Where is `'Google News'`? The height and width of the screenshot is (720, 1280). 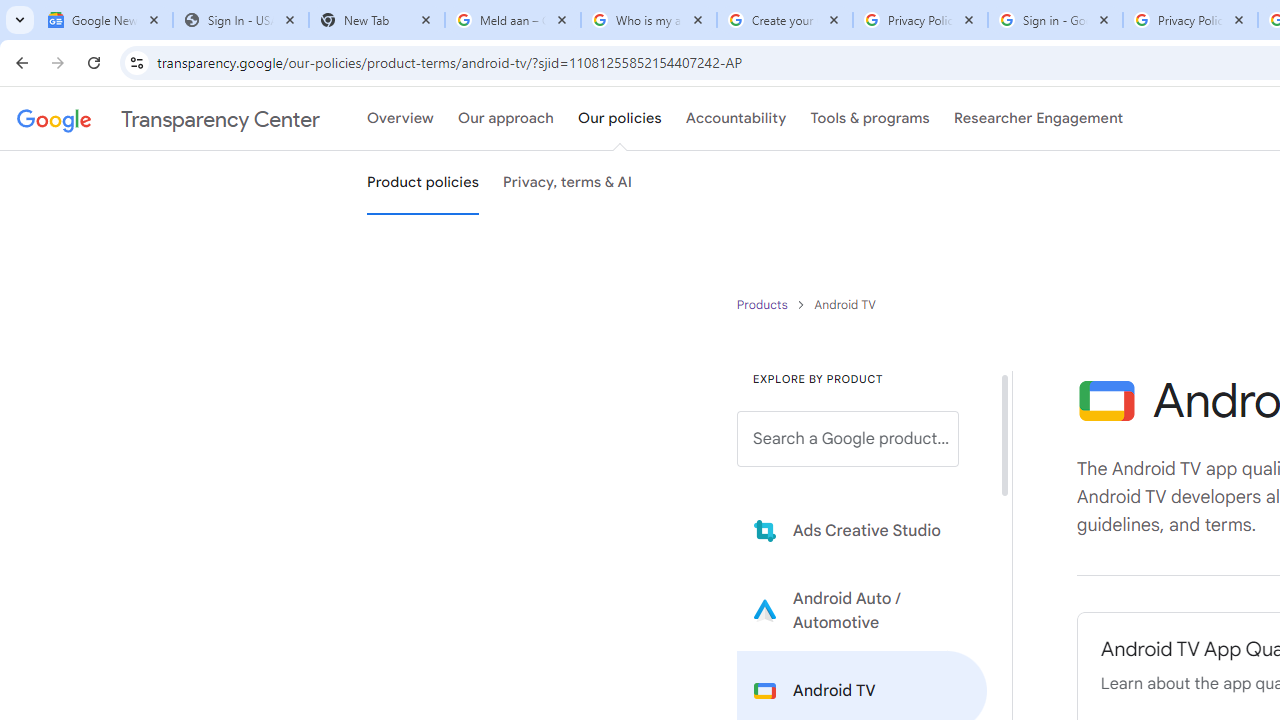
'Google News' is located at coordinates (103, 20).